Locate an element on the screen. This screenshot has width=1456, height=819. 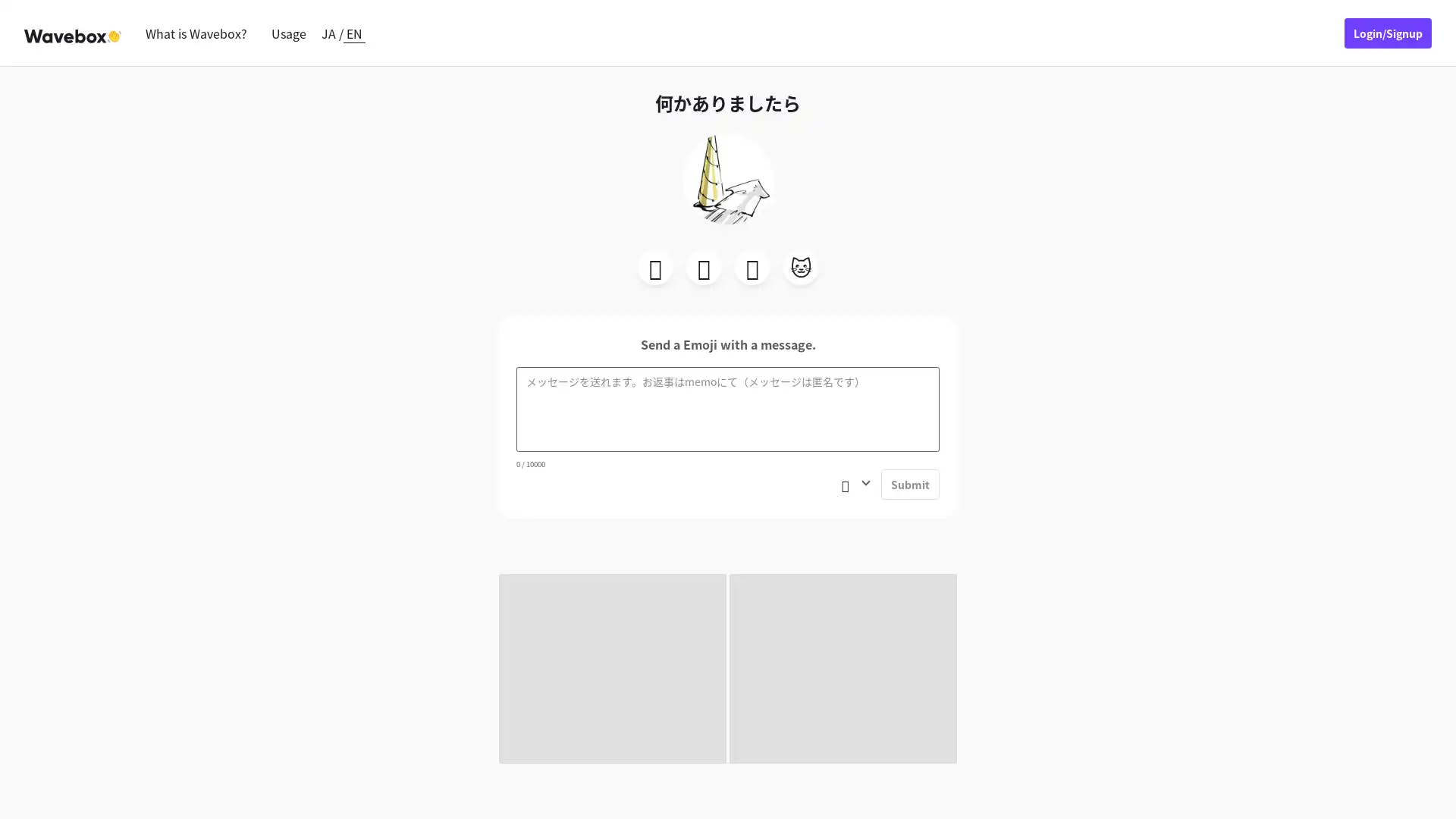
Submit is located at coordinates (910, 485).